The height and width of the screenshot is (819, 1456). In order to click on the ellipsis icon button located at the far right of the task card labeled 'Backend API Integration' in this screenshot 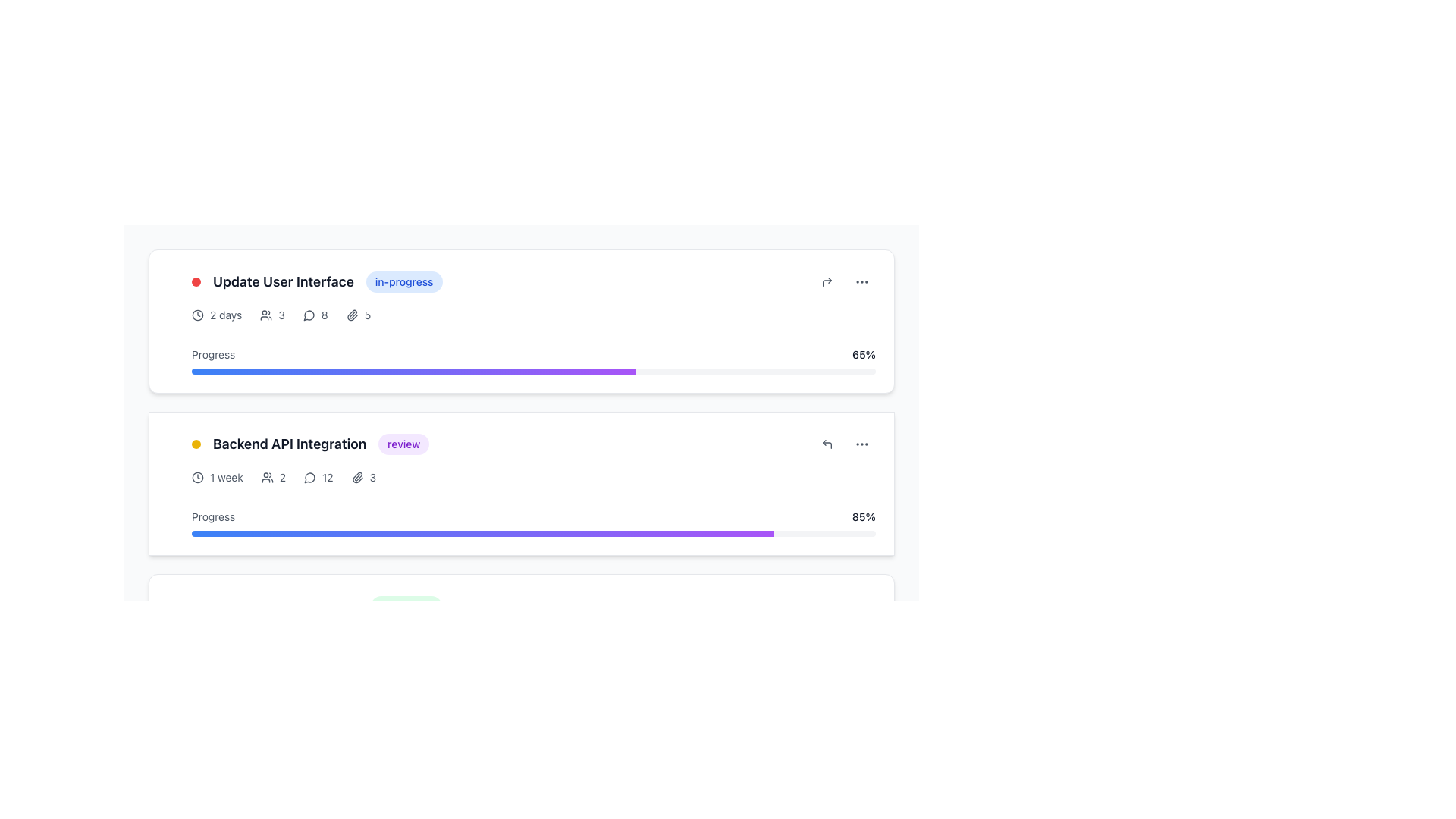, I will do `click(862, 444)`.